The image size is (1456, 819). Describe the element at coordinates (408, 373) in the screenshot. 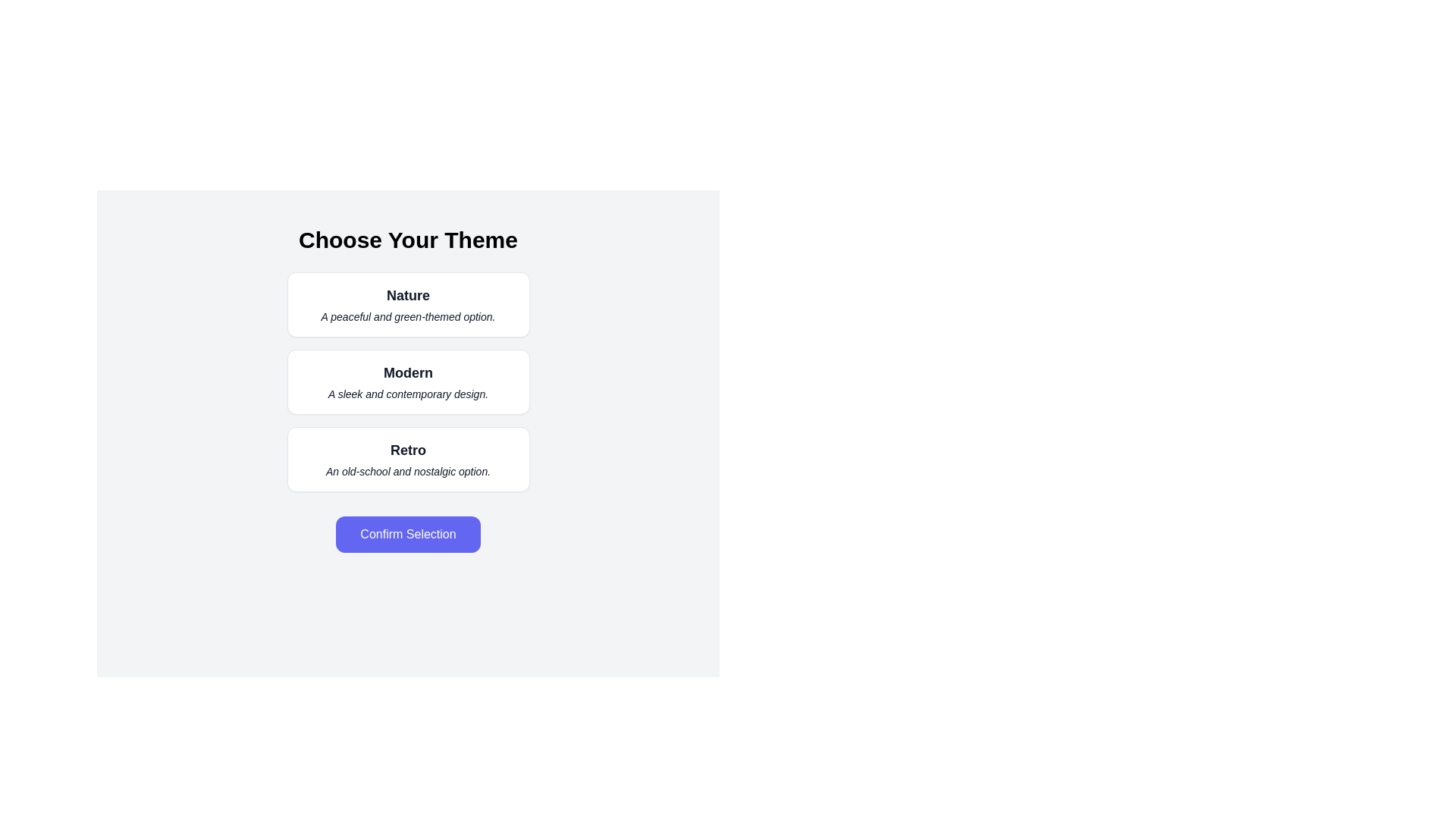

I see `text content of the Static Text element labeled 'Modern', which is styled in bold and centered within the second option card of the vertical sequence of theme cards` at that location.